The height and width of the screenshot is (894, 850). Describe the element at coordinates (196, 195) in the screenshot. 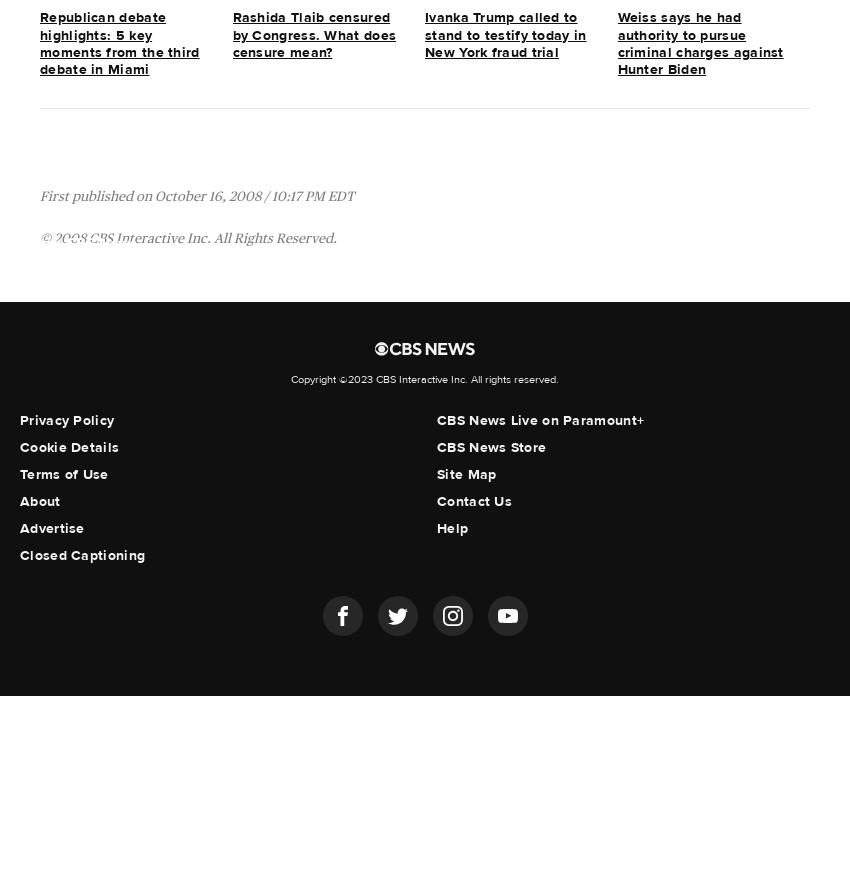

I see `'First published on October 16, 2008 / 10:17 PM EDT'` at that location.